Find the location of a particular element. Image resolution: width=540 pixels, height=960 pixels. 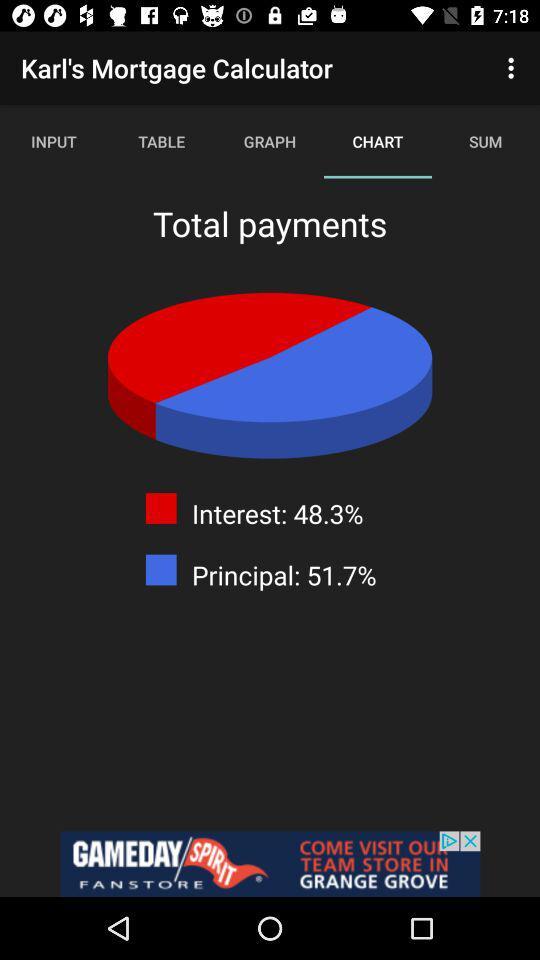

open advertisement is located at coordinates (270, 863).